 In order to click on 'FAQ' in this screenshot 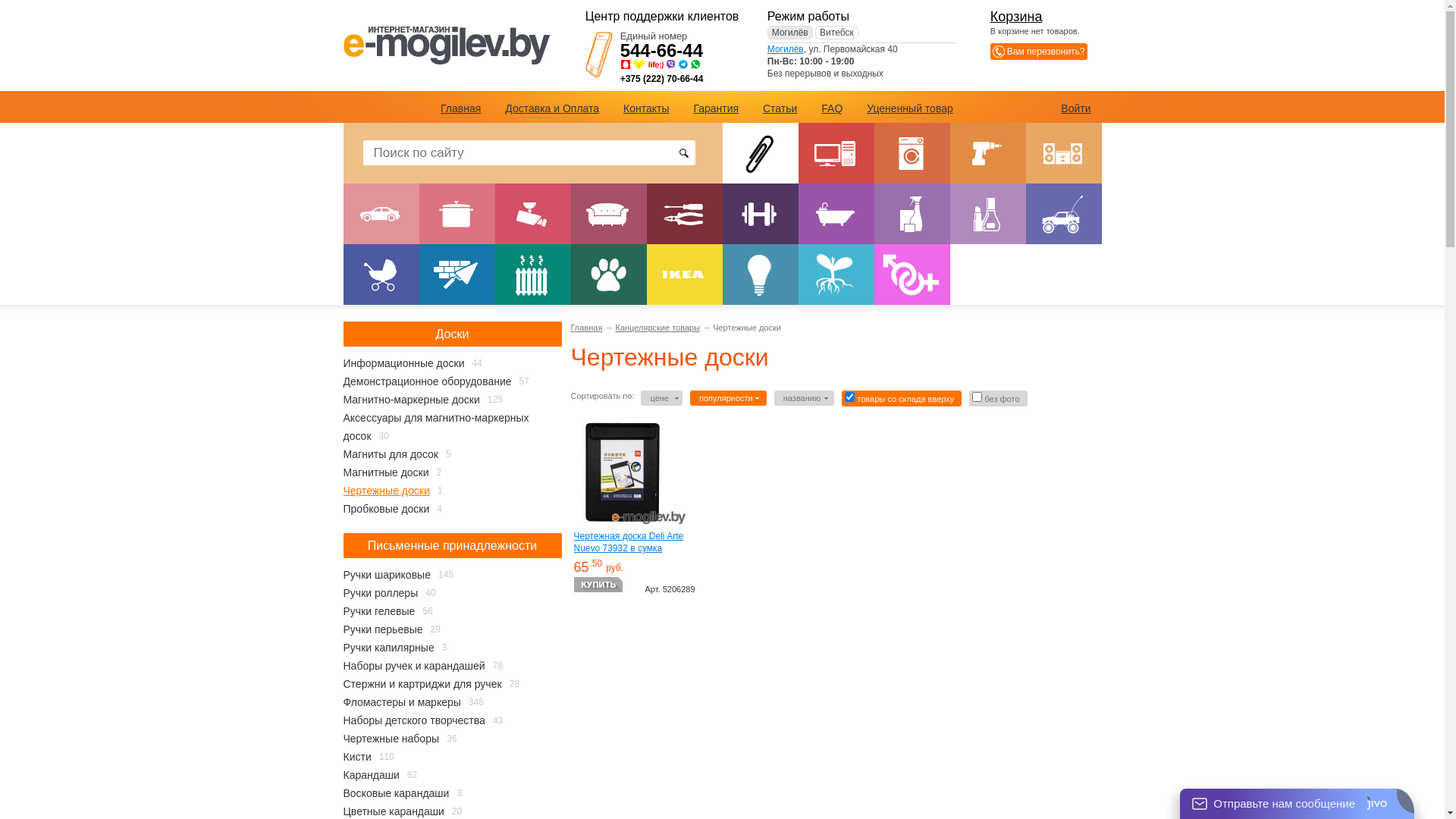, I will do `click(831, 107)`.